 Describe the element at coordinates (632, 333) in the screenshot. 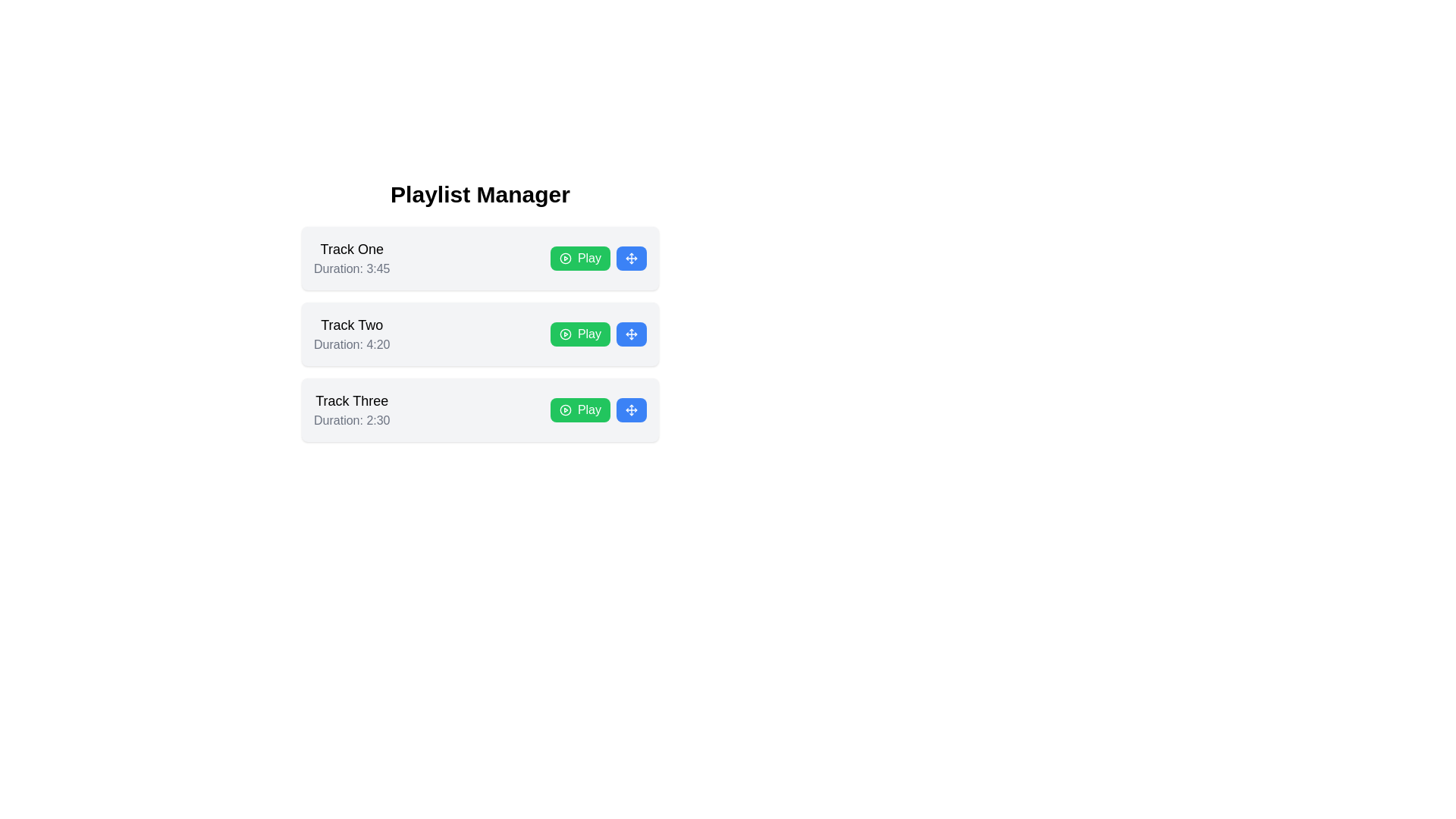

I see `the reordering icon button located beside the 'Play' button for 'Track Two'` at that location.